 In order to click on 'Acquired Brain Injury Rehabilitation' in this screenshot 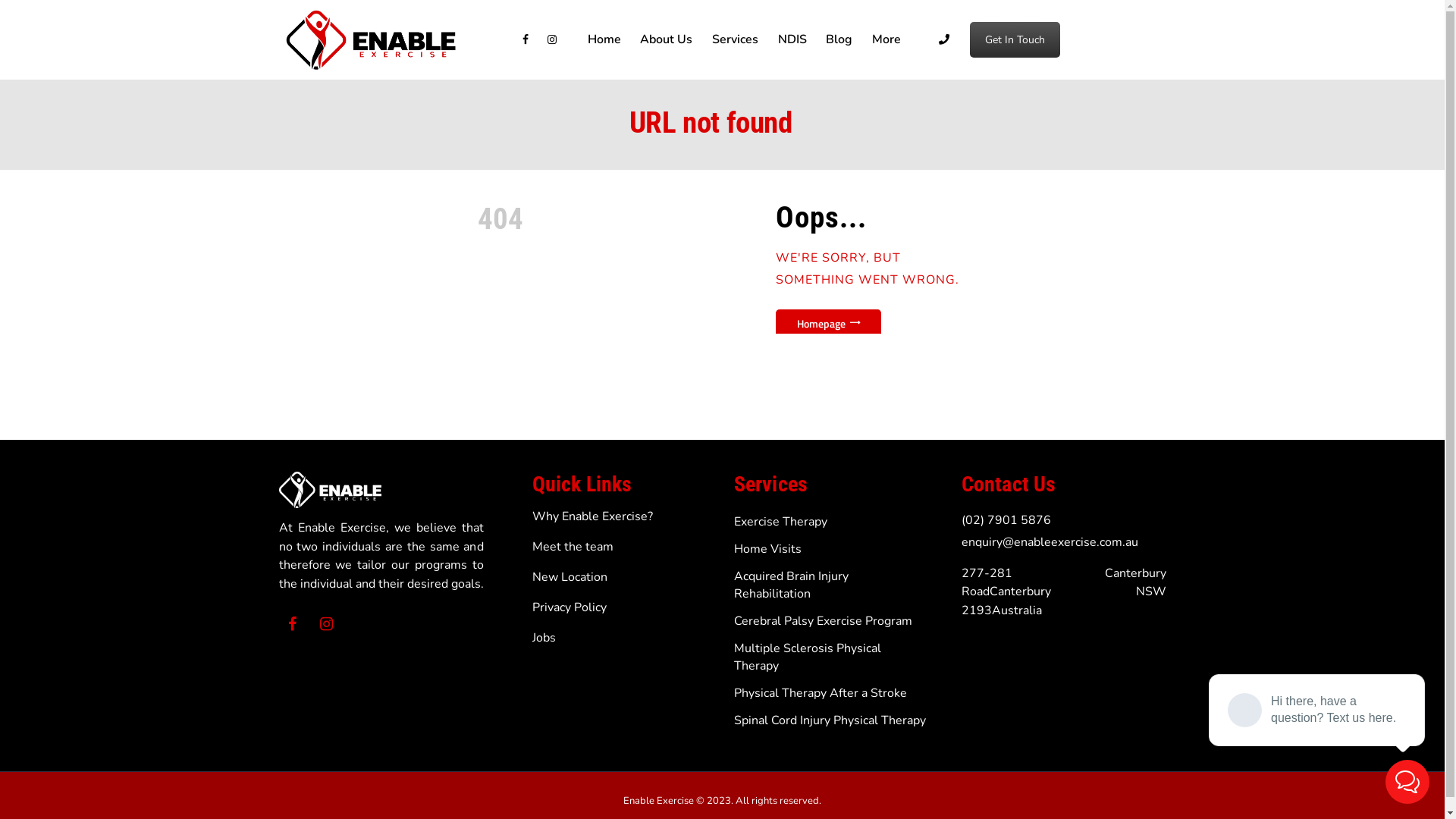, I will do `click(790, 584)`.